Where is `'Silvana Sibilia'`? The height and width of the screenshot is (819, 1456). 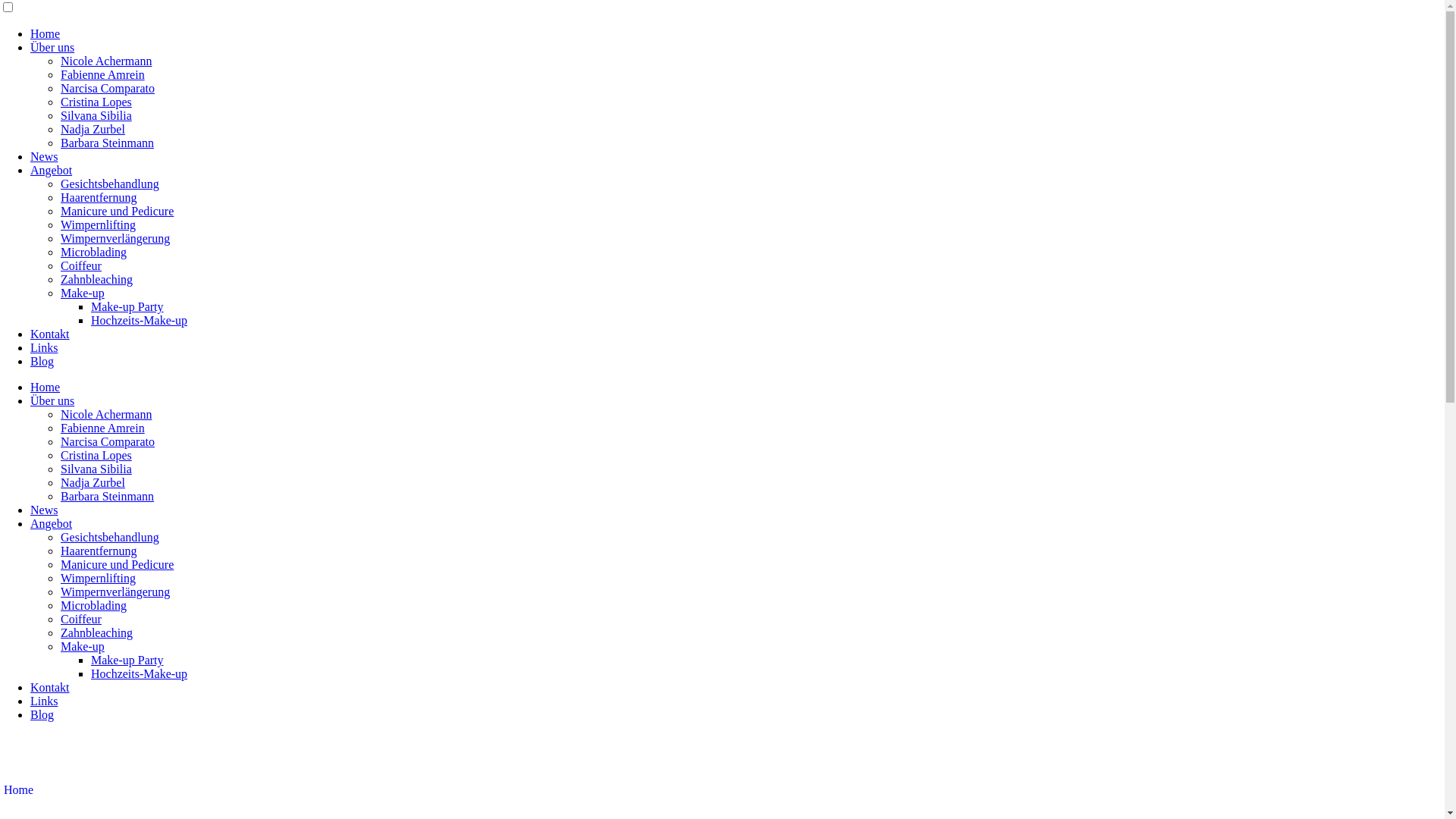 'Silvana Sibilia' is located at coordinates (61, 115).